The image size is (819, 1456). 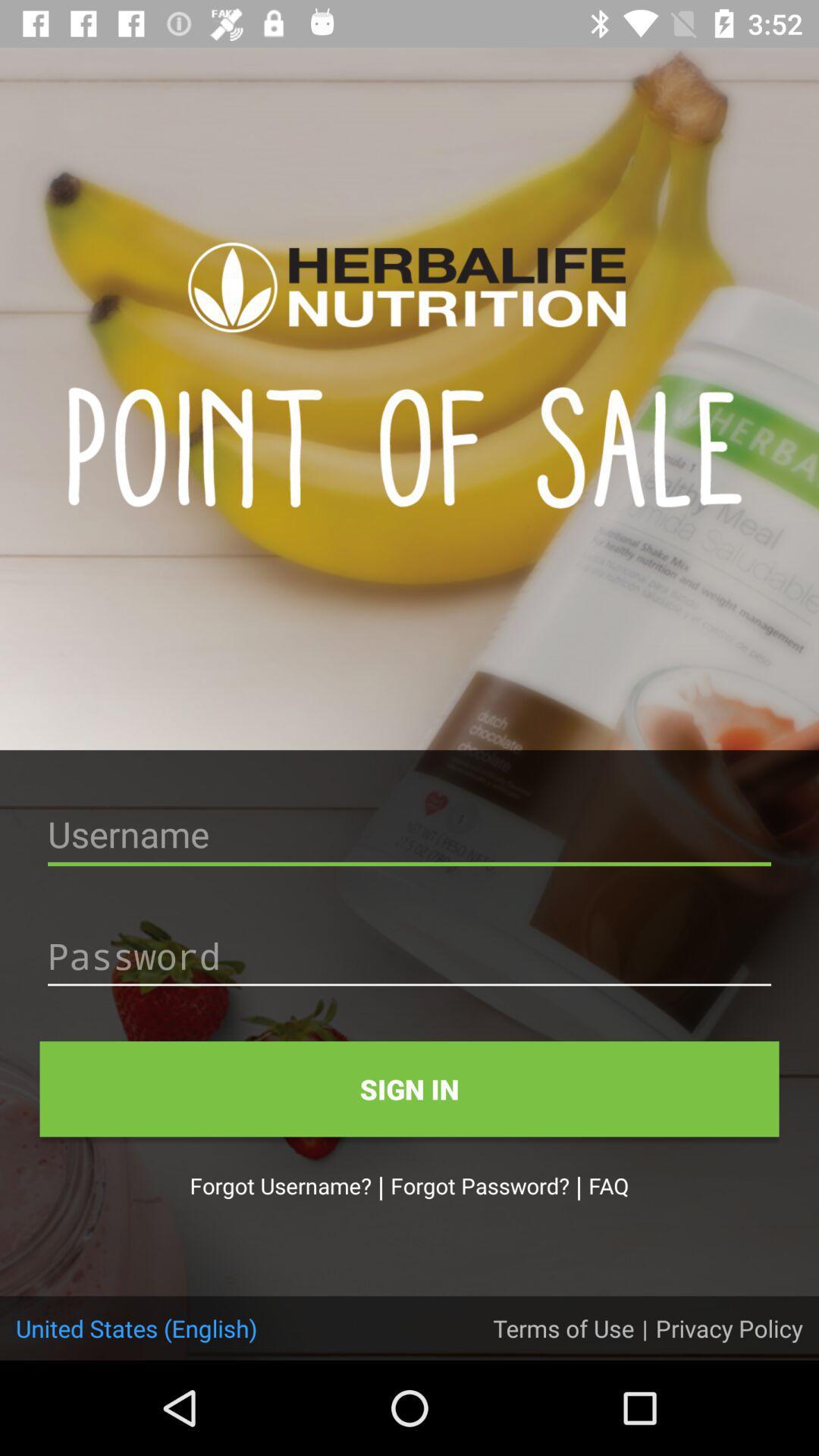 What do you see at coordinates (607, 1185) in the screenshot?
I see `icon above terms of use icon` at bounding box center [607, 1185].